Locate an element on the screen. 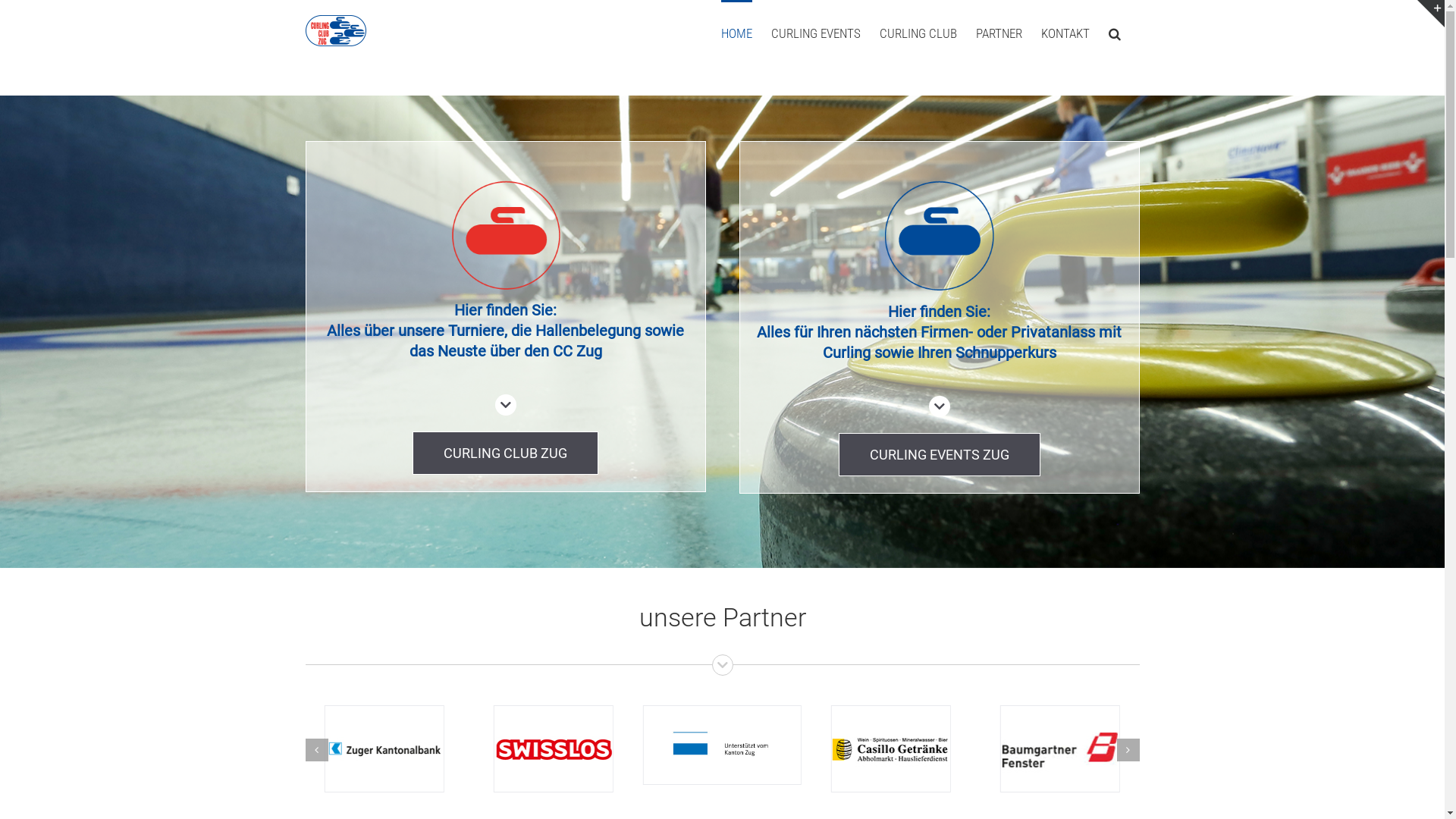 This screenshot has height=819, width=1456. 'PARTNER' is located at coordinates (998, 32).